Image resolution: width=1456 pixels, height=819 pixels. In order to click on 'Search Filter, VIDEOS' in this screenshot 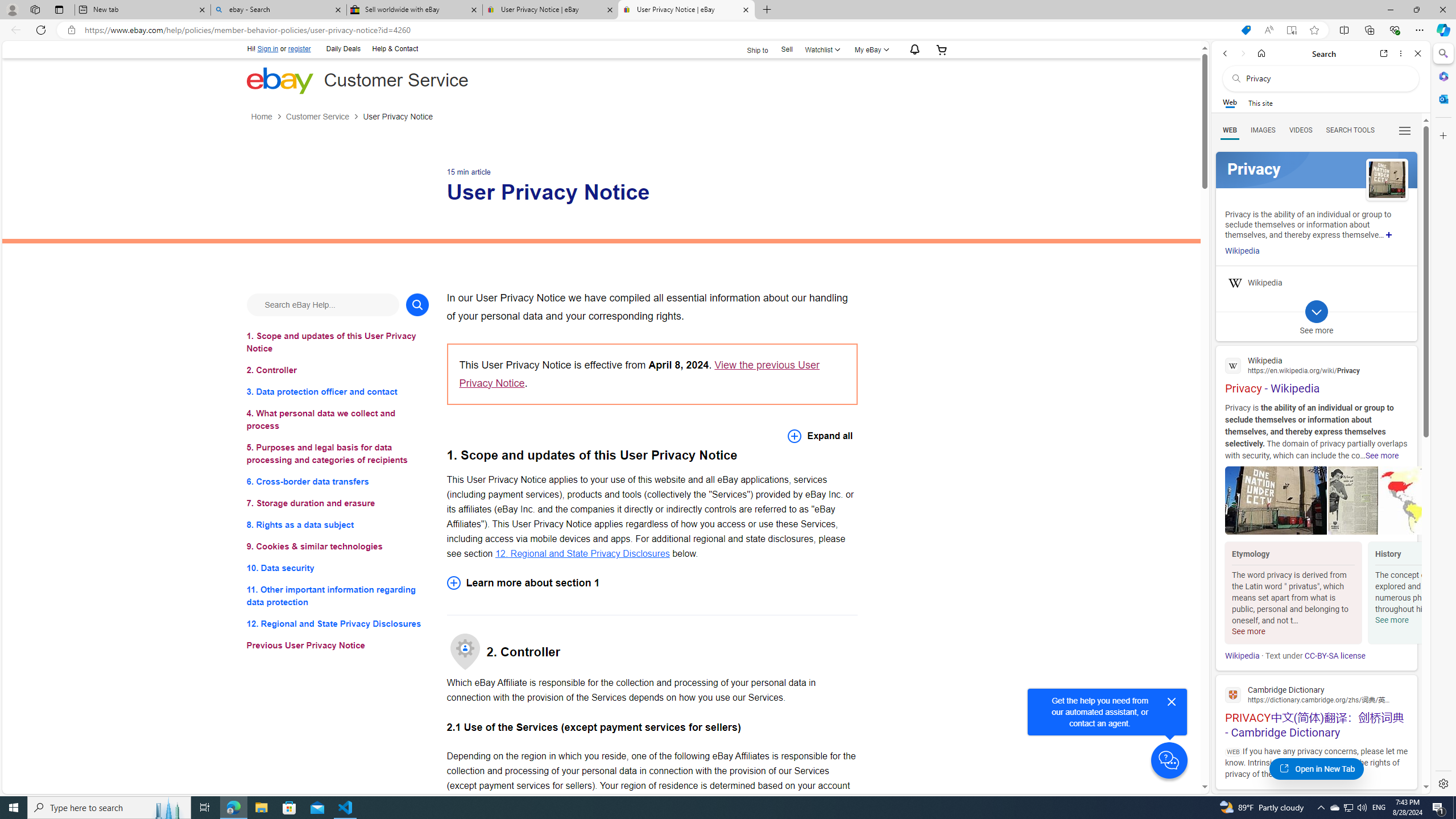, I will do `click(1300, 129)`.